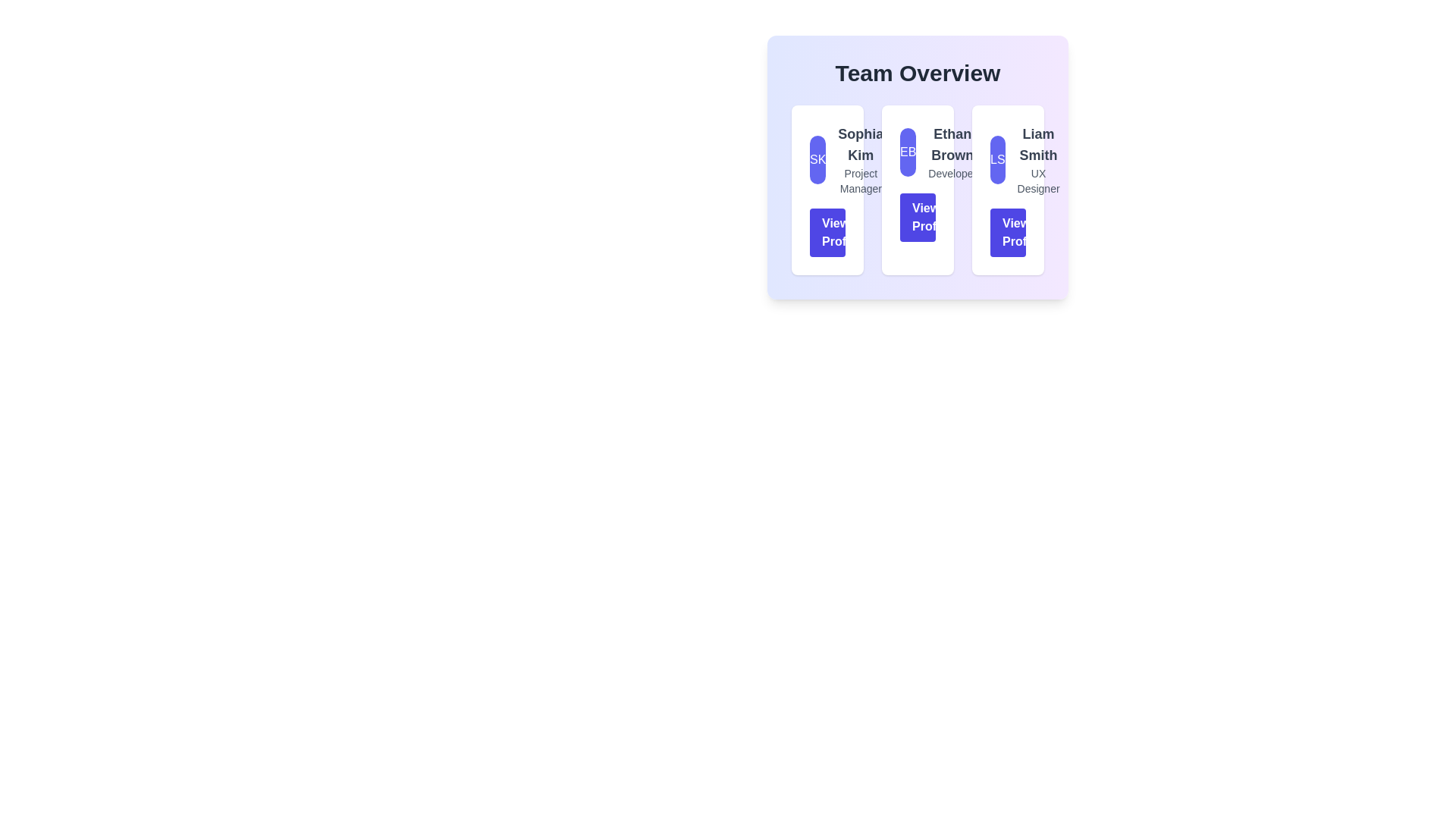  Describe the element at coordinates (1008, 233) in the screenshot. I see `the 'View Profile' button with an indigo blue background and white text located at the bottom of Liam Smith's card` at that location.